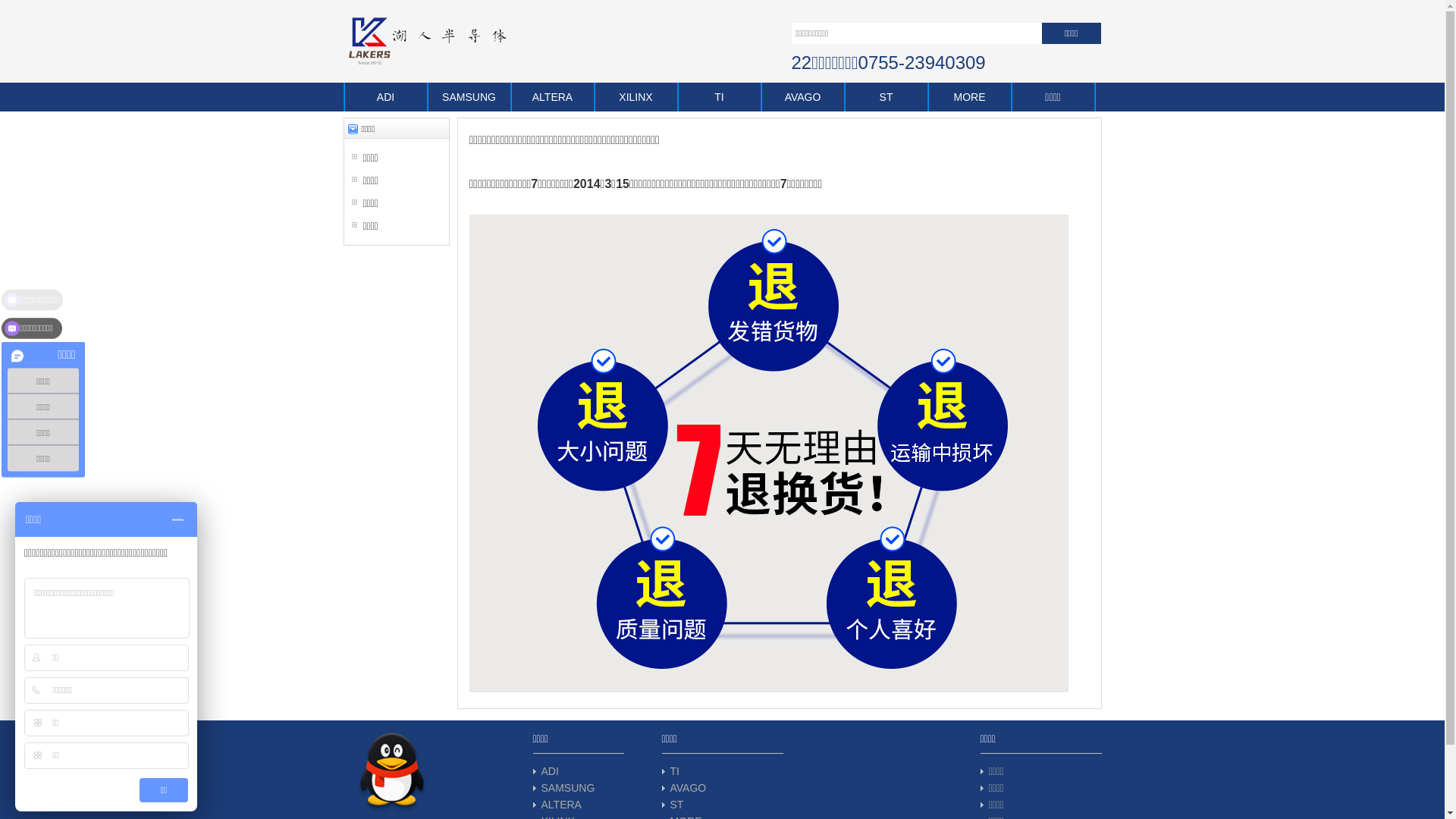 Image resolution: width=1456 pixels, height=819 pixels. Describe the element at coordinates (719, 96) in the screenshot. I see `'TI'` at that location.